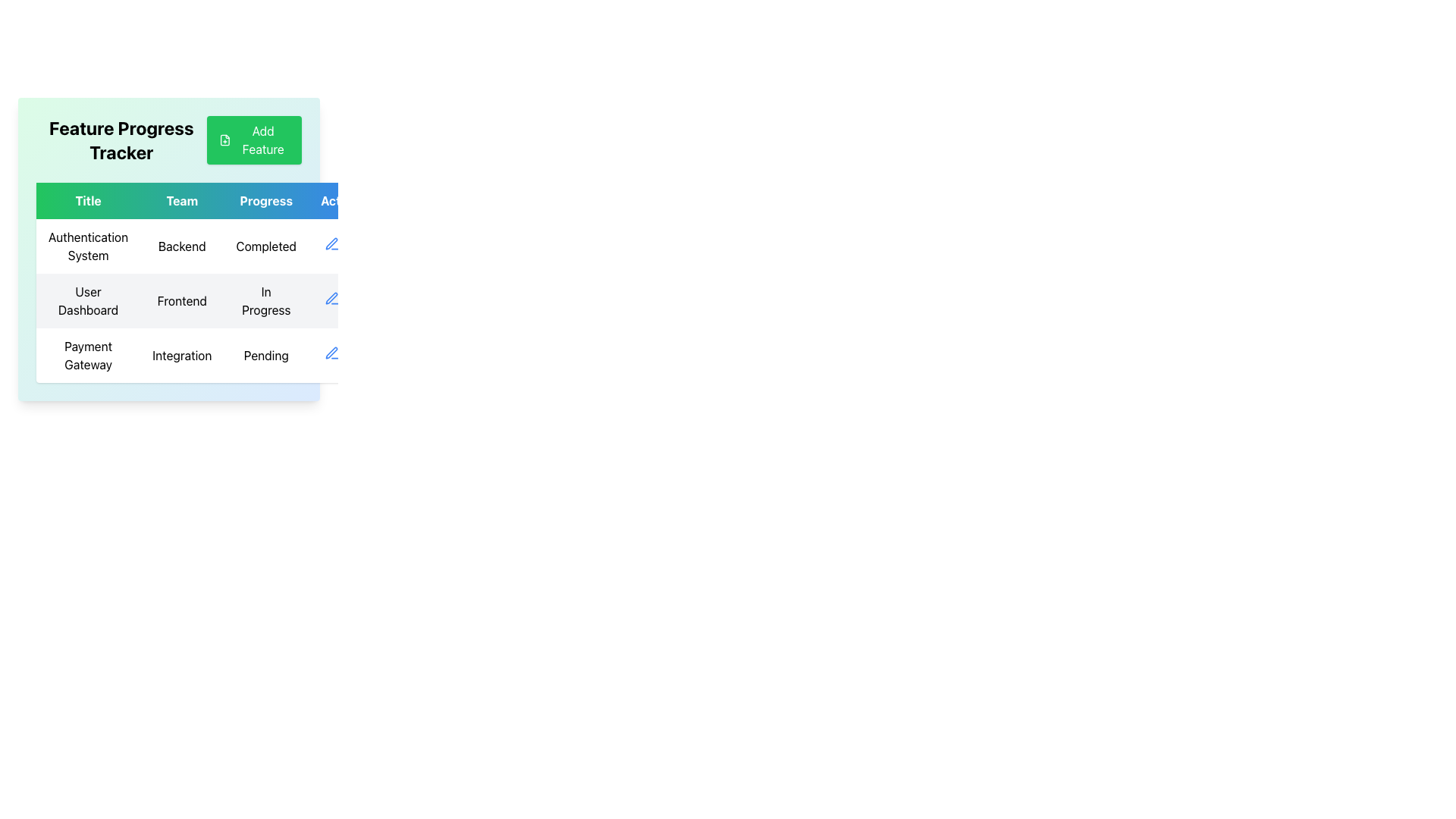 Image resolution: width=1456 pixels, height=819 pixels. I want to click on the text label indicating the current status of the corresponding feature or task marked as 'Completed', located in the rightmost position of the 'Progress' column in the 'Authentication System' row of the table, so click(266, 245).